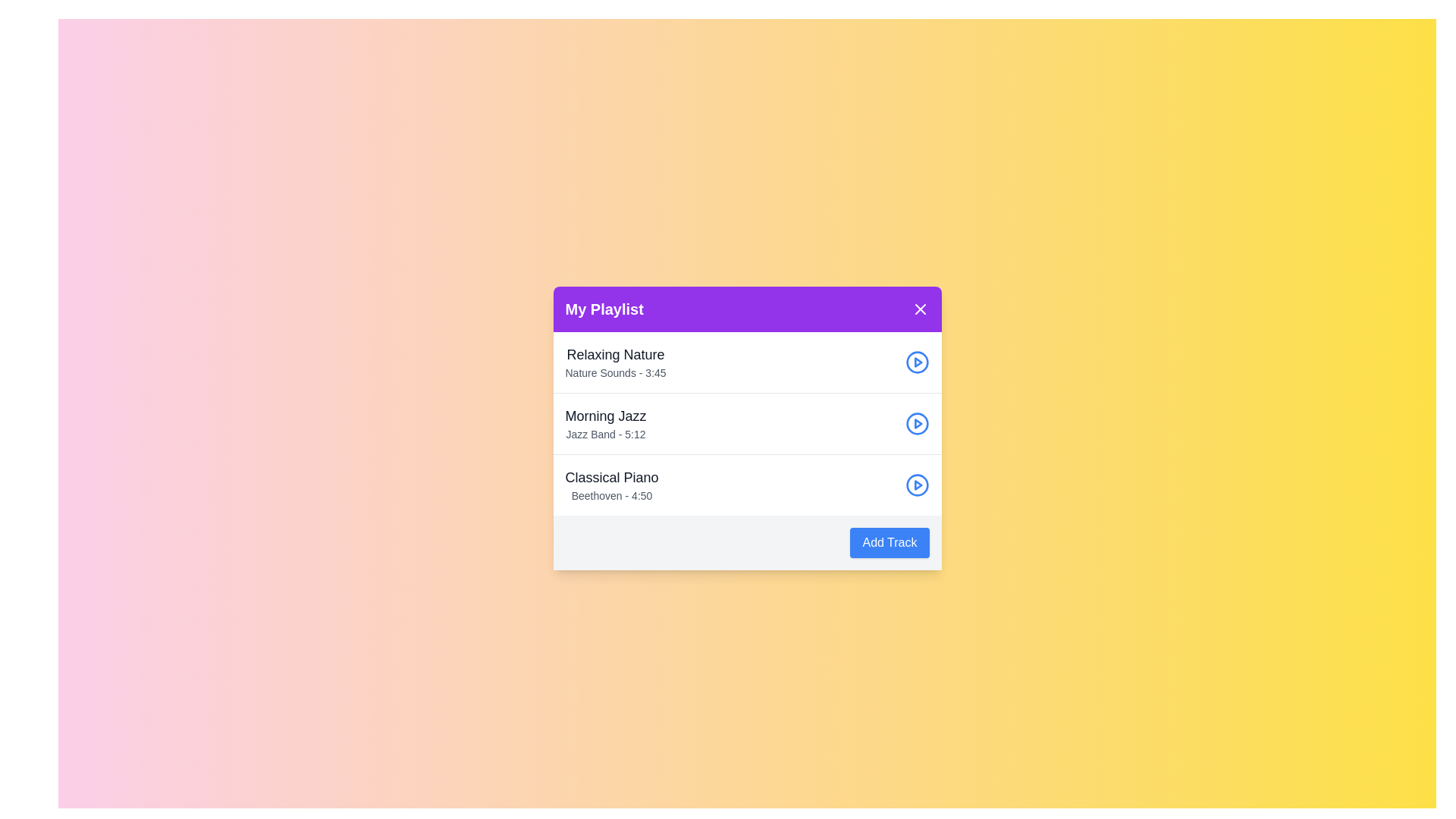  What do you see at coordinates (916, 485) in the screenshot?
I see `the play icon of the song titled 'Classical Piano'` at bounding box center [916, 485].